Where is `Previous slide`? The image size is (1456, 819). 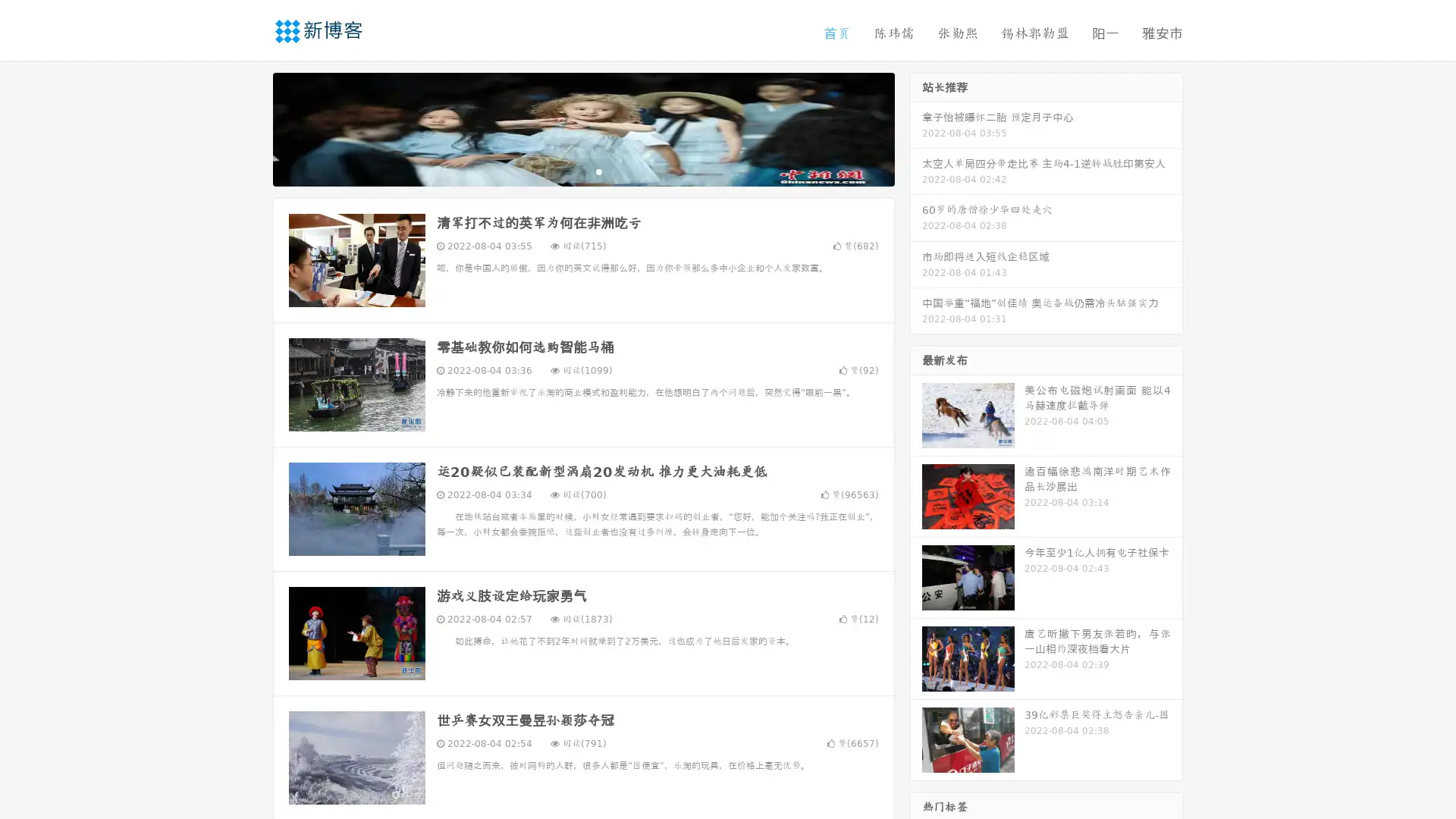 Previous slide is located at coordinates (250, 127).